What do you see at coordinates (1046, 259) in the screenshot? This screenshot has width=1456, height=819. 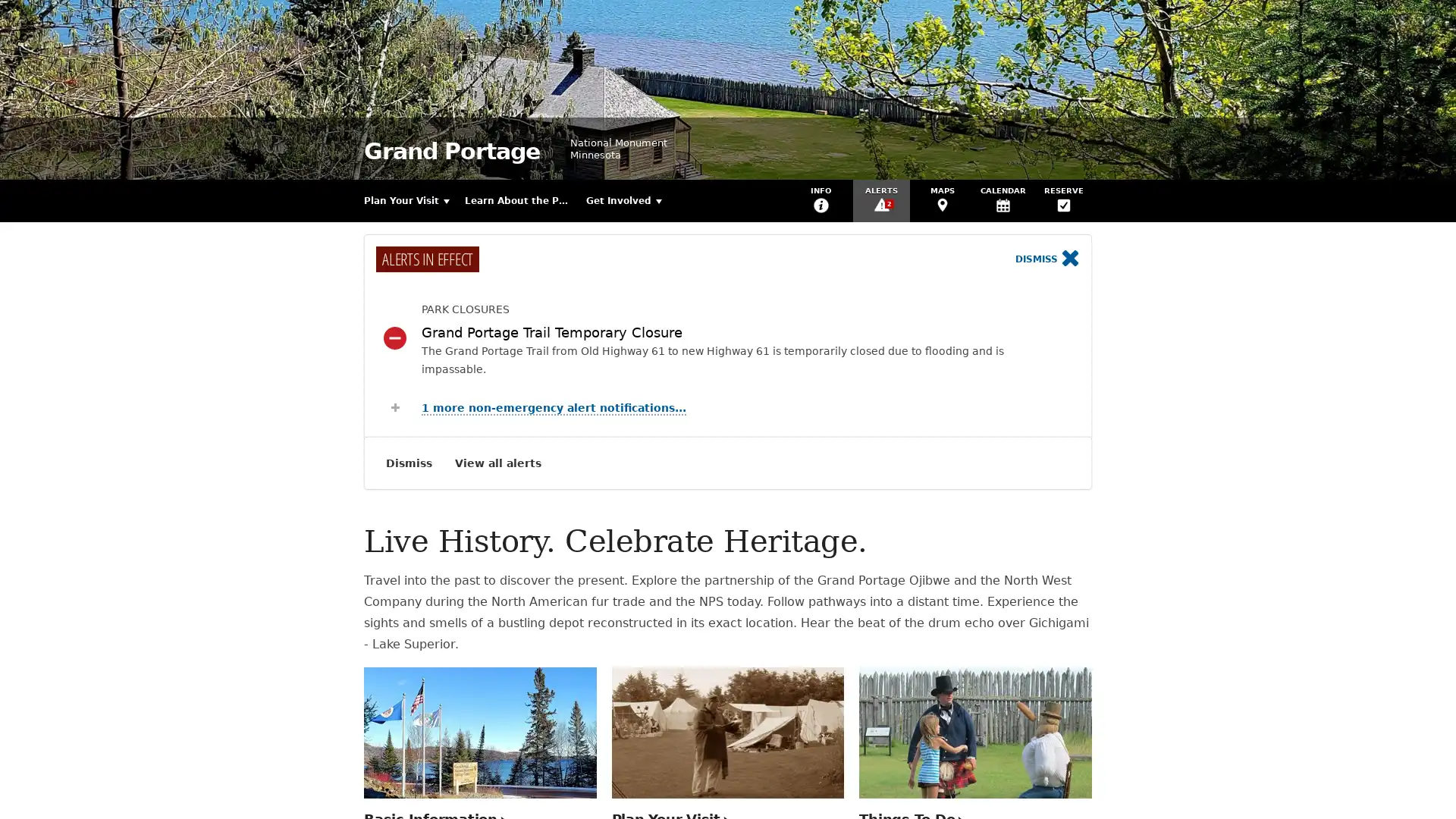 I see `Dismiss` at bounding box center [1046, 259].